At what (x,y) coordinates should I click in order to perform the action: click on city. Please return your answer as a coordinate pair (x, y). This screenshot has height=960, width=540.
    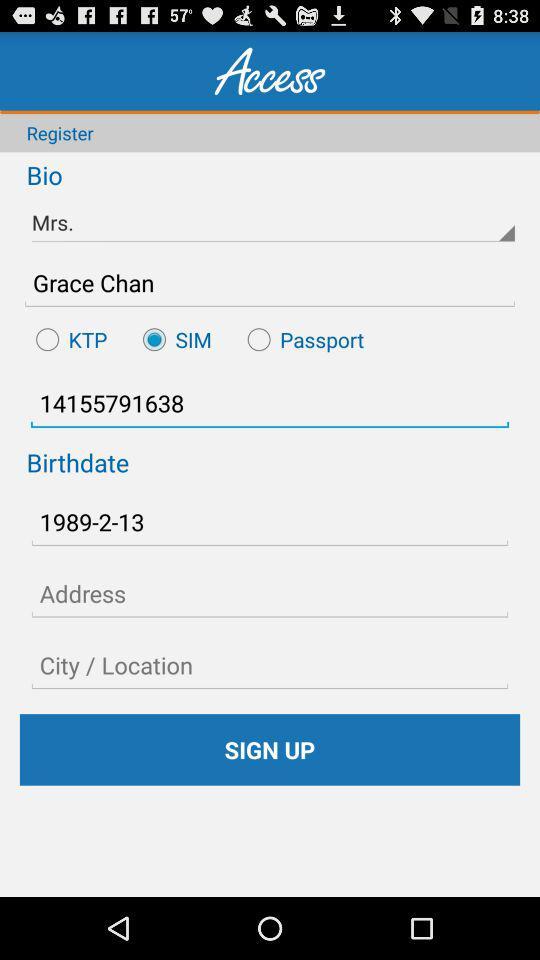
    Looking at the image, I should click on (270, 665).